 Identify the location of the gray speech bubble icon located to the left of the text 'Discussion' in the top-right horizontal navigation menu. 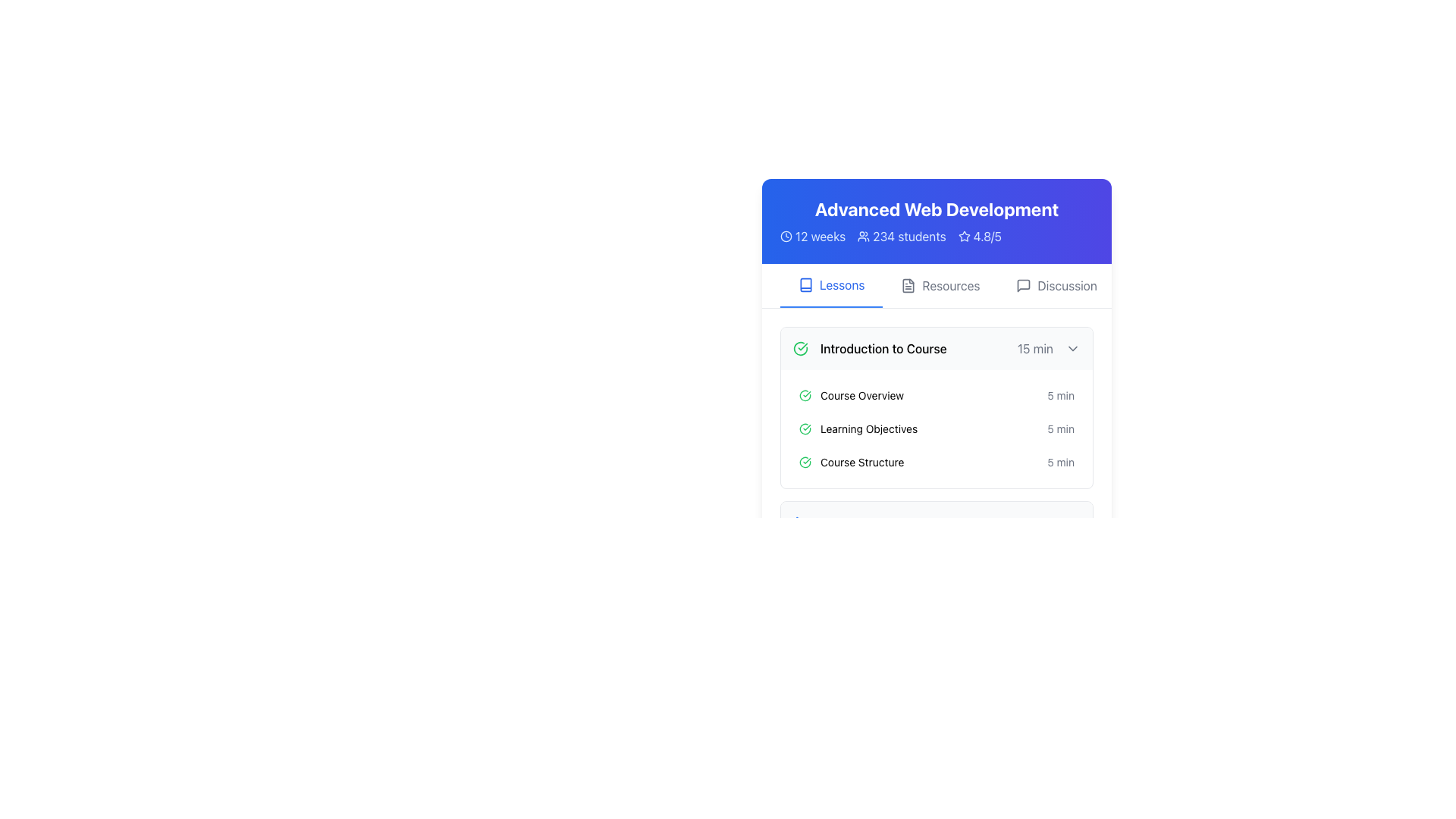
(1024, 286).